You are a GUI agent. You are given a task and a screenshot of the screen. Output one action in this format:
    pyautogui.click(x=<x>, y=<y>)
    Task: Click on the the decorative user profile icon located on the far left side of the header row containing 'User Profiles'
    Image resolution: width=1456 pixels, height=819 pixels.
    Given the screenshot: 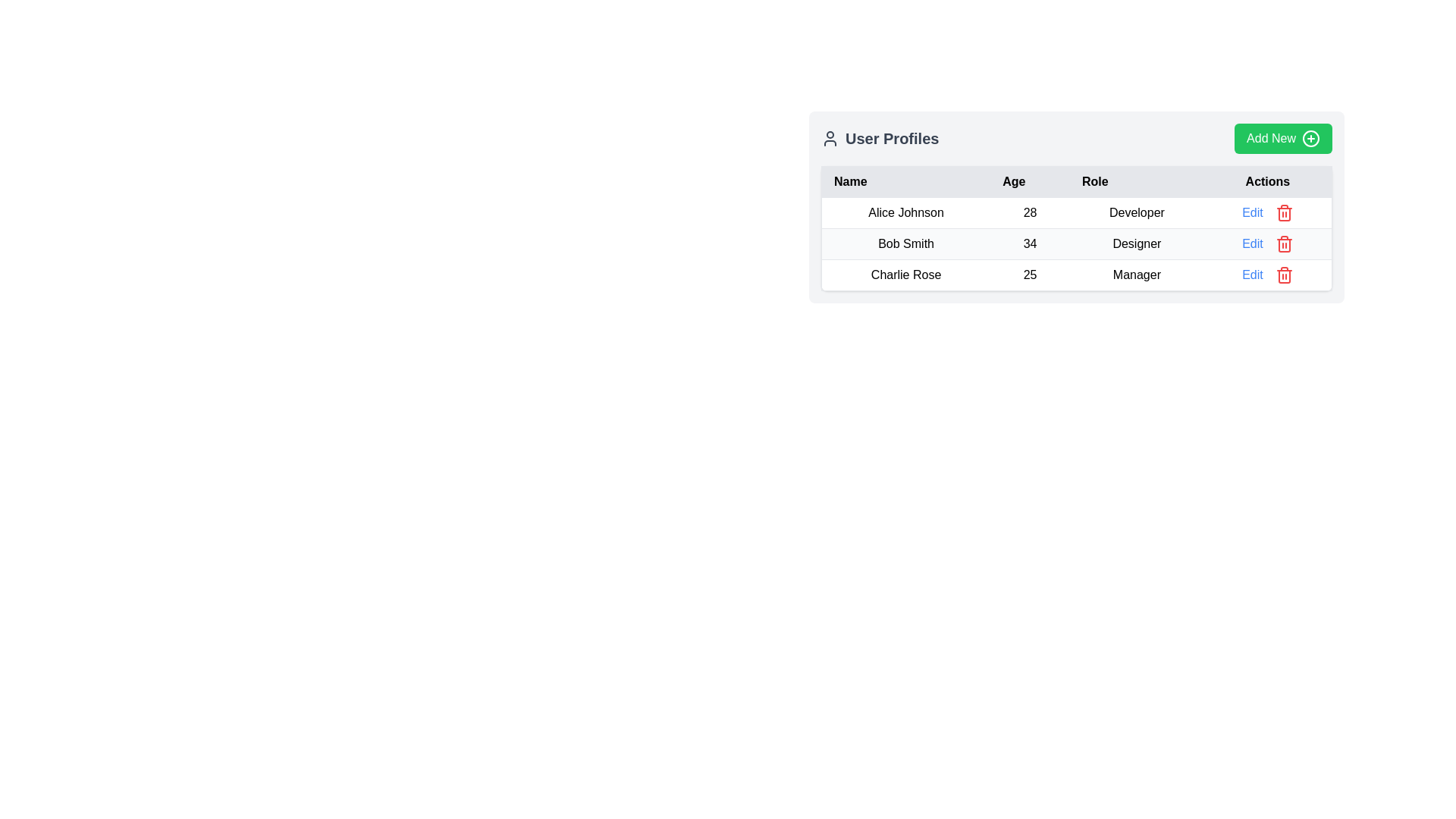 What is the action you would take?
    pyautogui.click(x=829, y=138)
    